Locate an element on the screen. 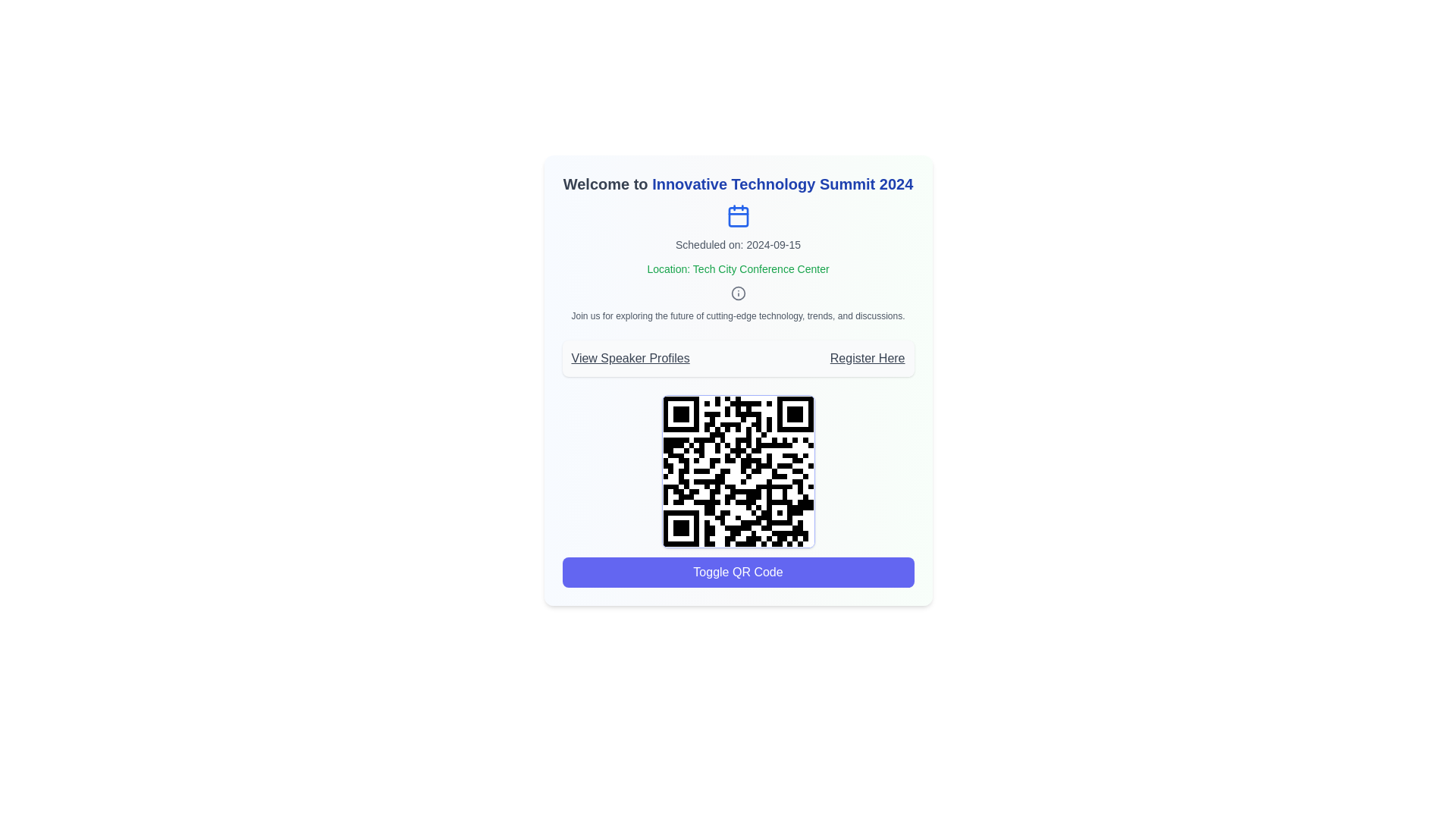 This screenshot has width=1456, height=819. the text 'Welcome to', which is styled in gray font and located at the beginning of the header for 'Innovative Technology Summit 2024' is located at coordinates (604, 184).